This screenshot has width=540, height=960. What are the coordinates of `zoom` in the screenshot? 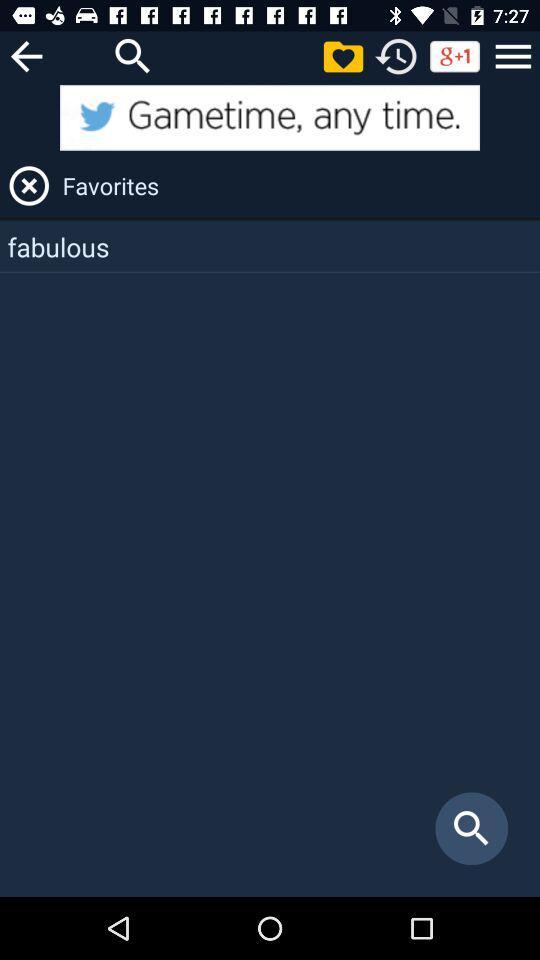 It's located at (133, 55).